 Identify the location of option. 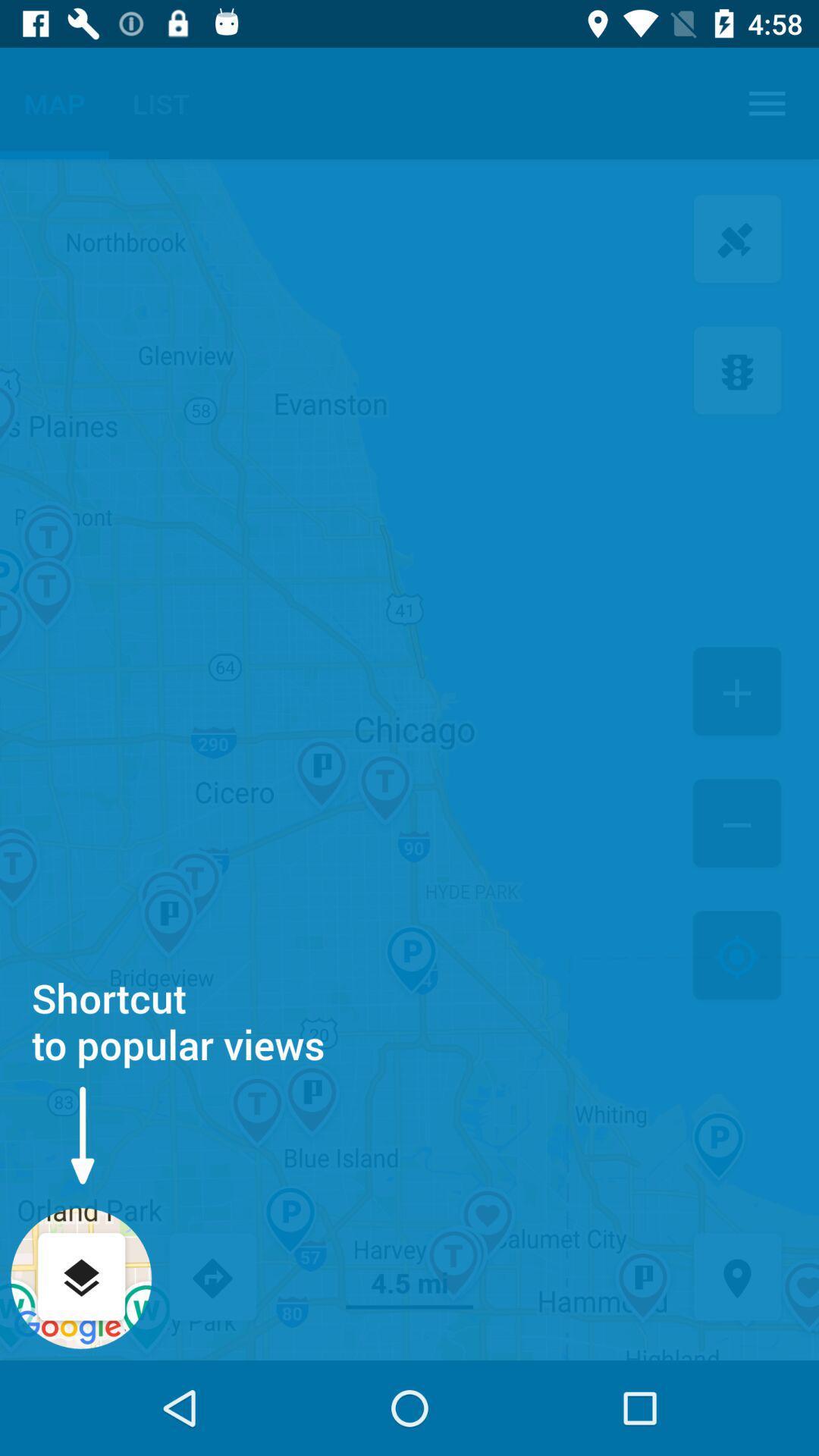
(736, 692).